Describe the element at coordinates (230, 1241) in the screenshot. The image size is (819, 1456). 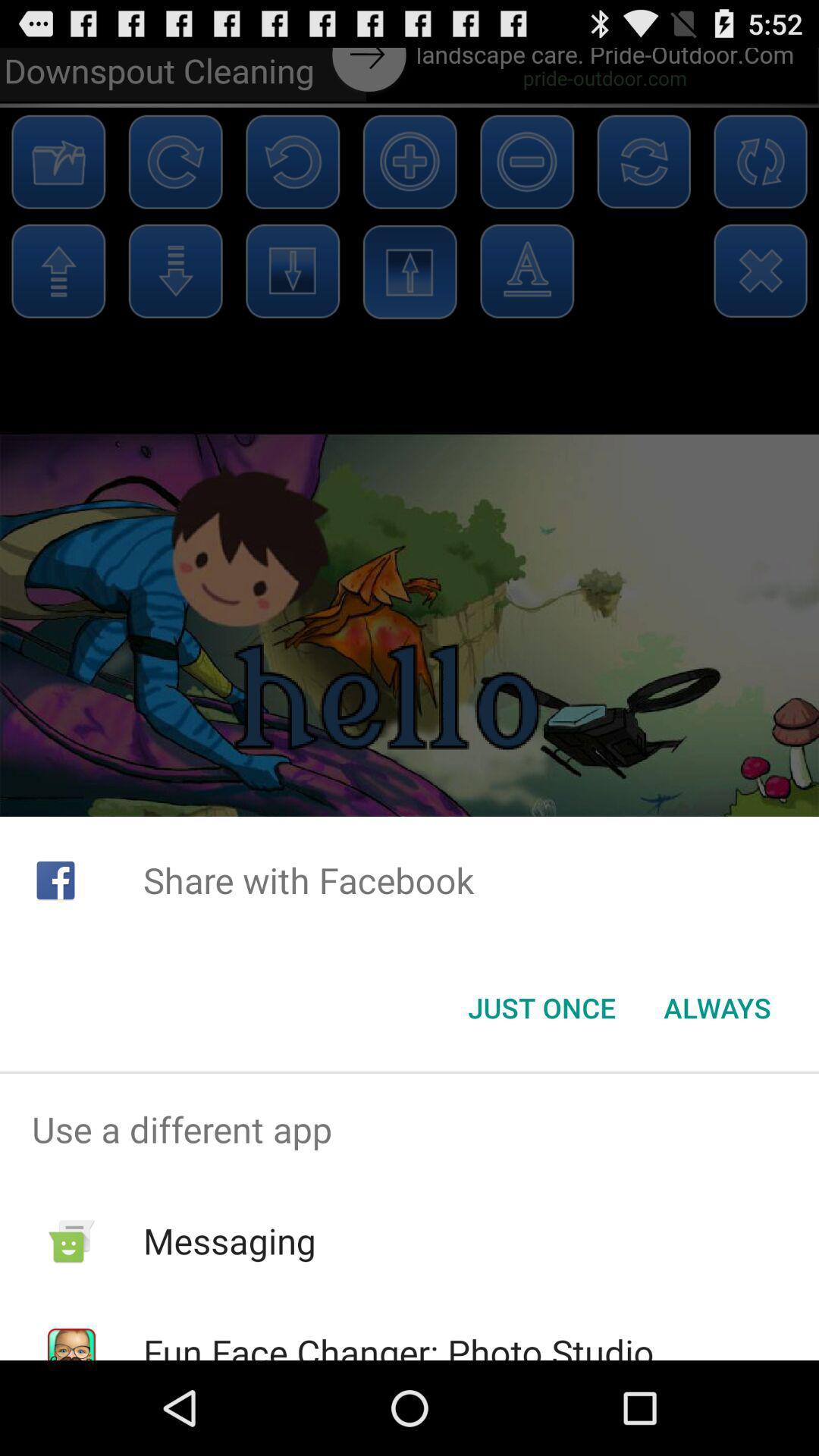
I see `the app above fun face changer item` at that location.